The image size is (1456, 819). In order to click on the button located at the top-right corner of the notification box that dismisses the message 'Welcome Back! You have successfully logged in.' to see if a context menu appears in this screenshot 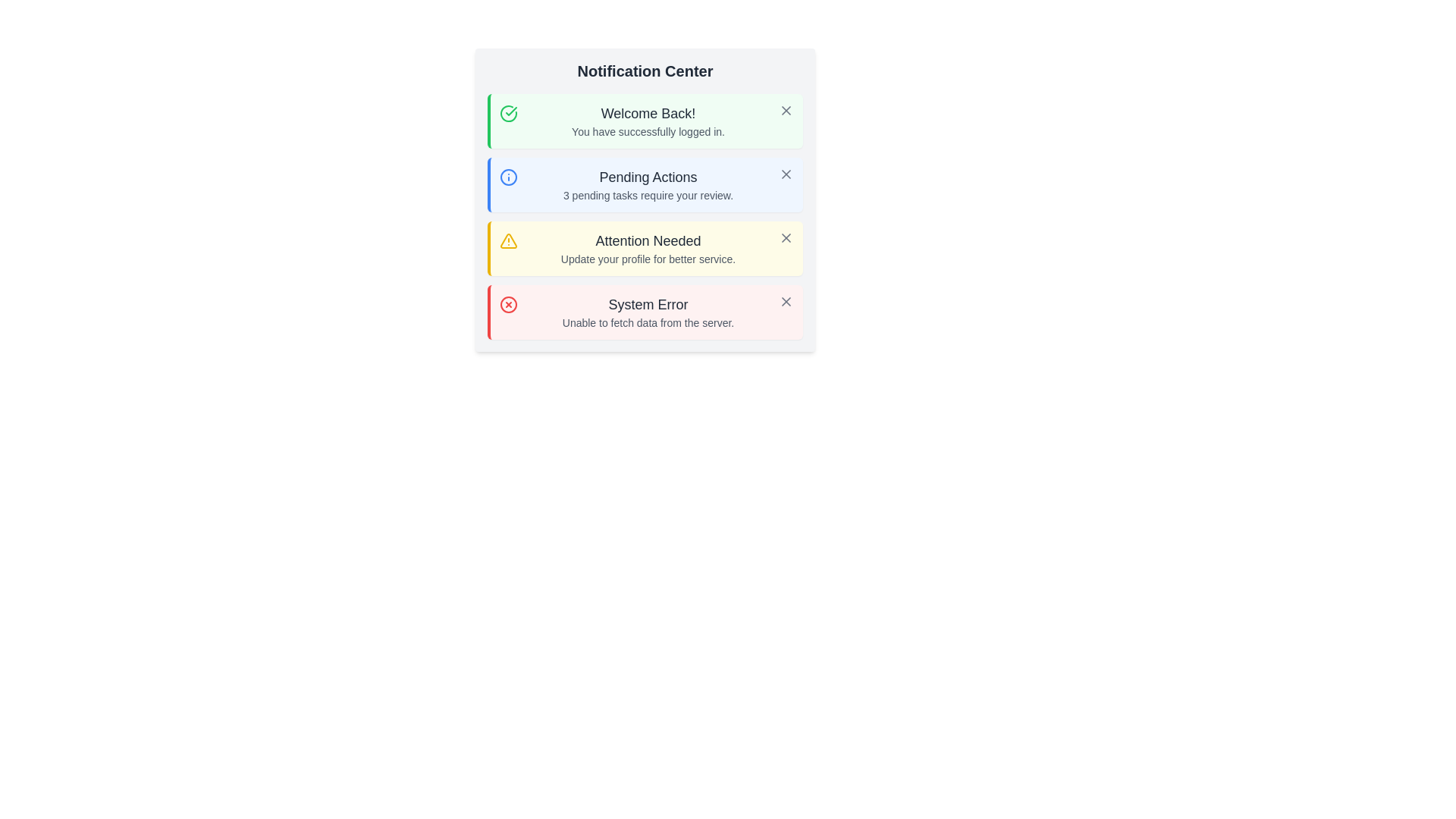, I will do `click(786, 110)`.